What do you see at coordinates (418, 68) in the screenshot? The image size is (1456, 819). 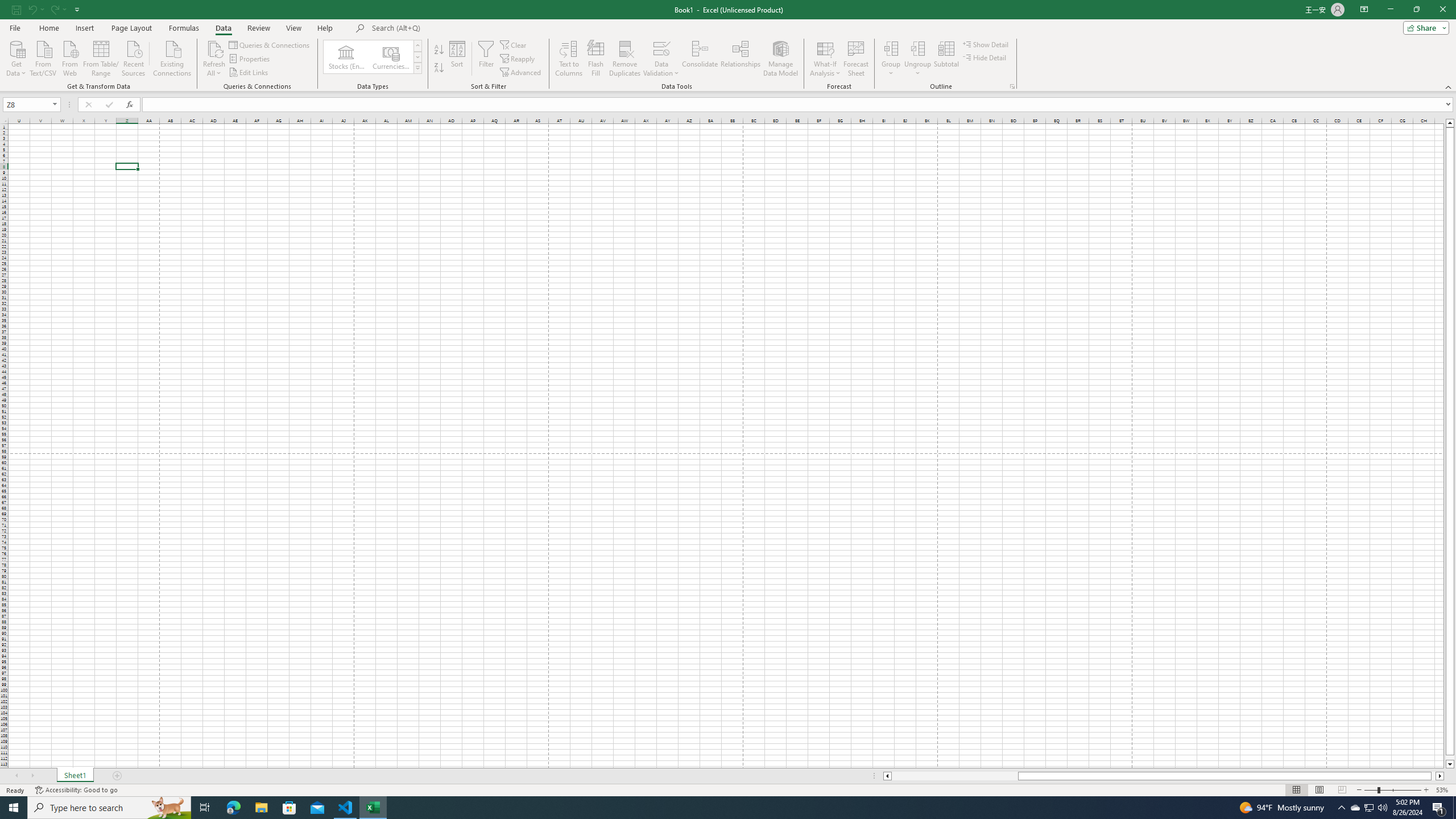 I see `'Class: NetUIImage'` at bounding box center [418, 68].